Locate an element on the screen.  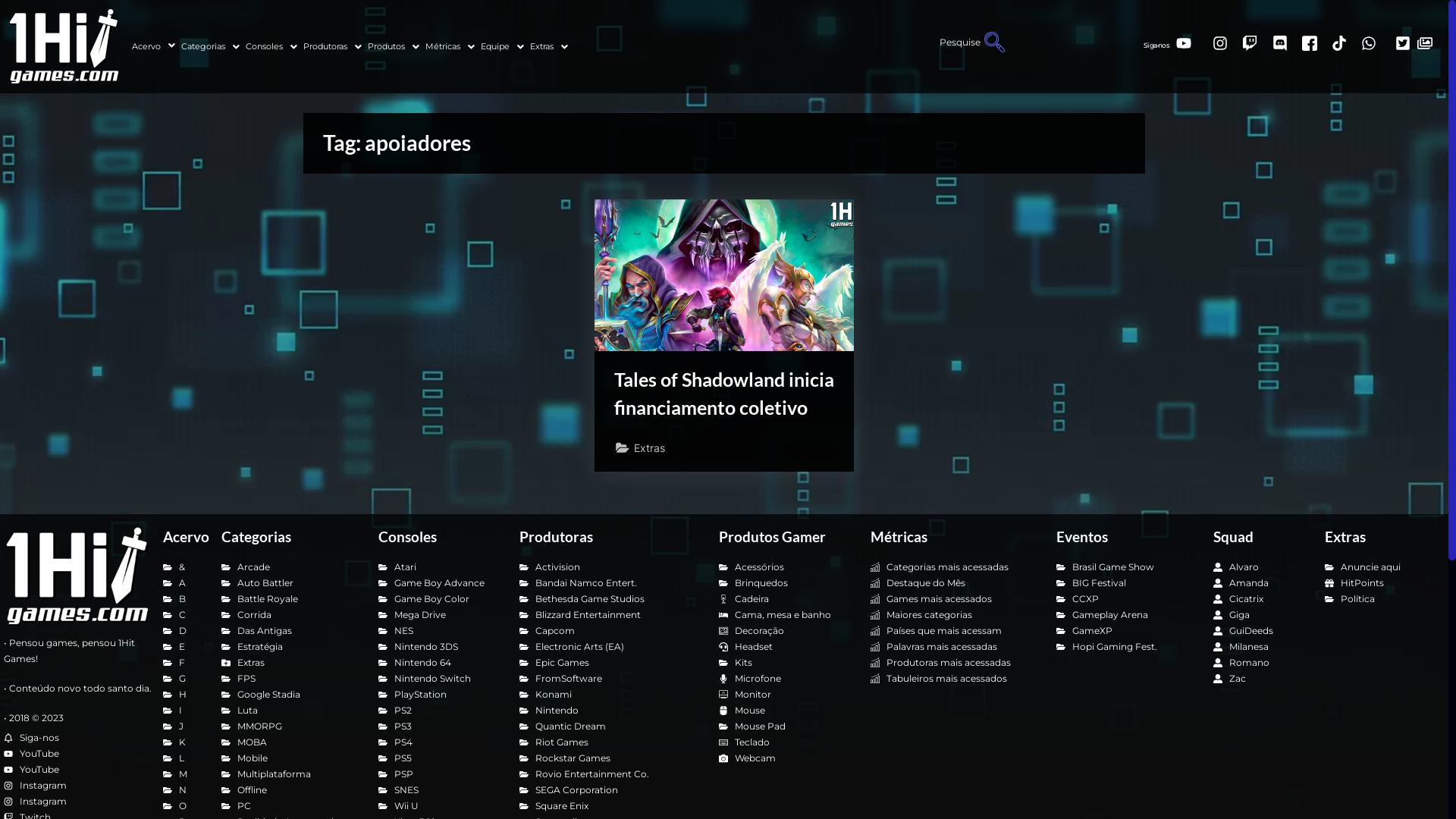
'Palavras mais acessadas' is located at coordinates (870, 646).